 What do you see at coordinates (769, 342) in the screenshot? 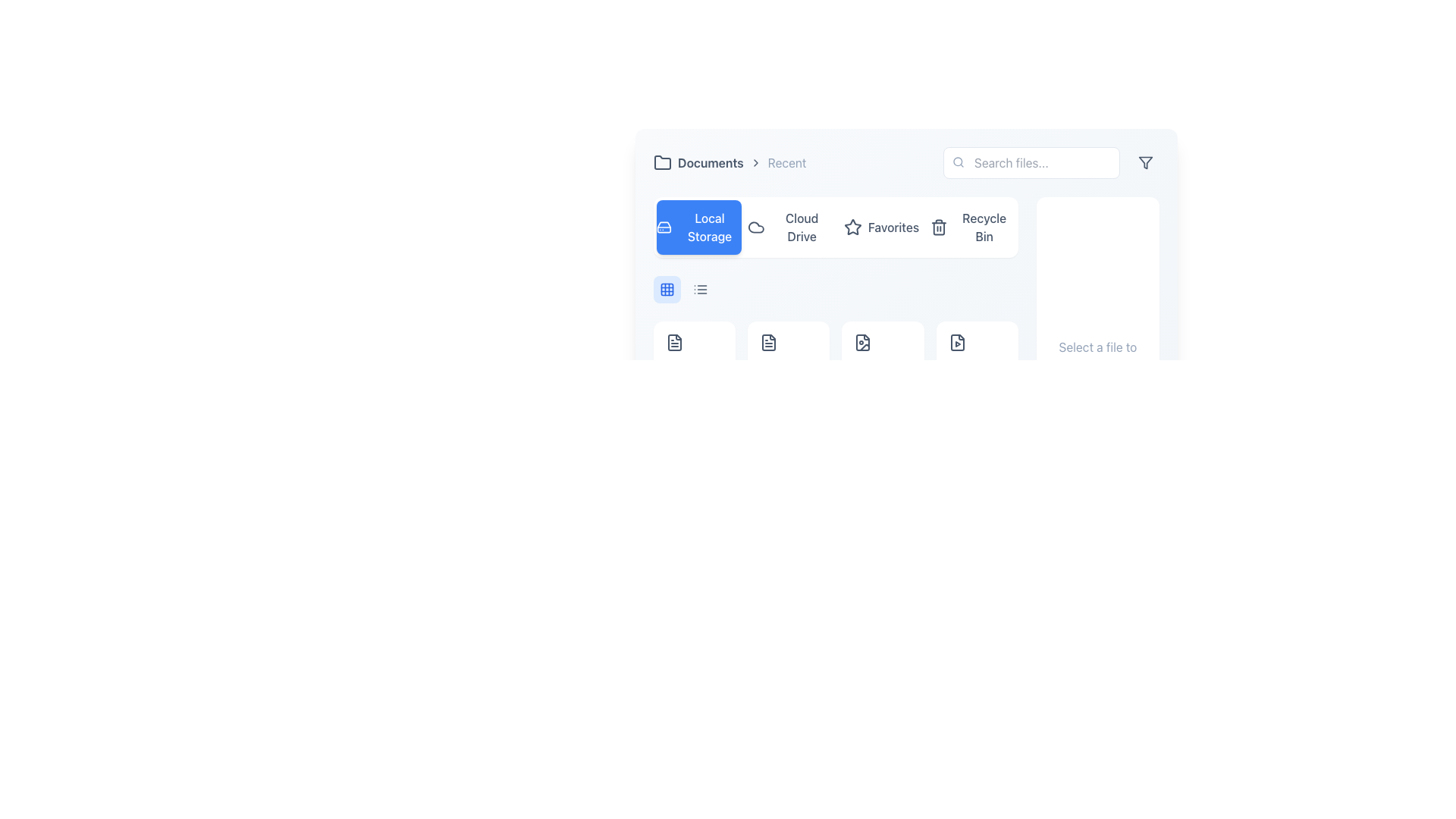
I see `the dark gray document icon, which is the second icon from the left in the toolbar section` at bounding box center [769, 342].